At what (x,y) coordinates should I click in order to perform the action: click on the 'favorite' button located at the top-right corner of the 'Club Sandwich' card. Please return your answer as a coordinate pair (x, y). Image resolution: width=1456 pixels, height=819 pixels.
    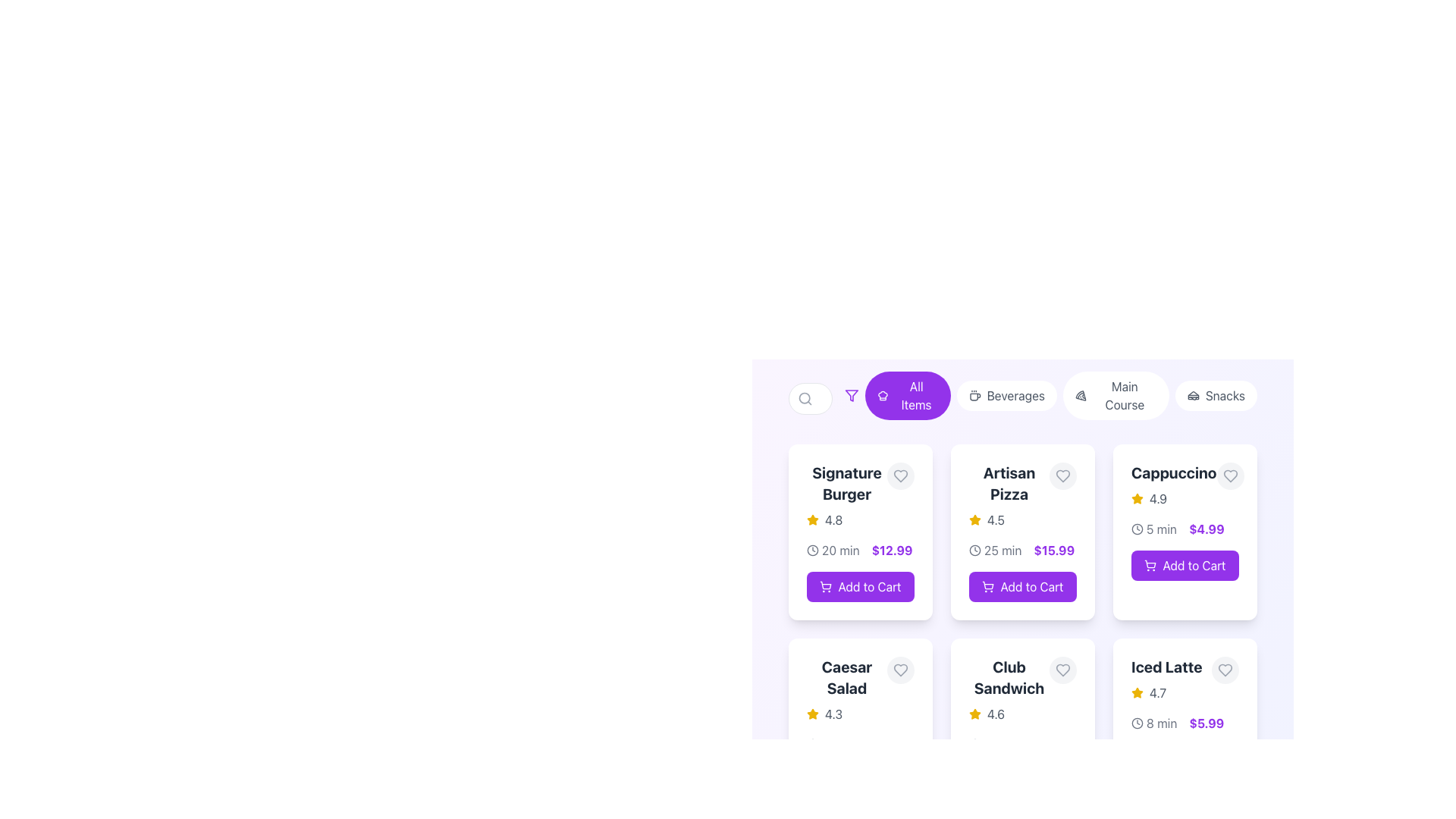
    Looking at the image, I should click on (1062, 669).